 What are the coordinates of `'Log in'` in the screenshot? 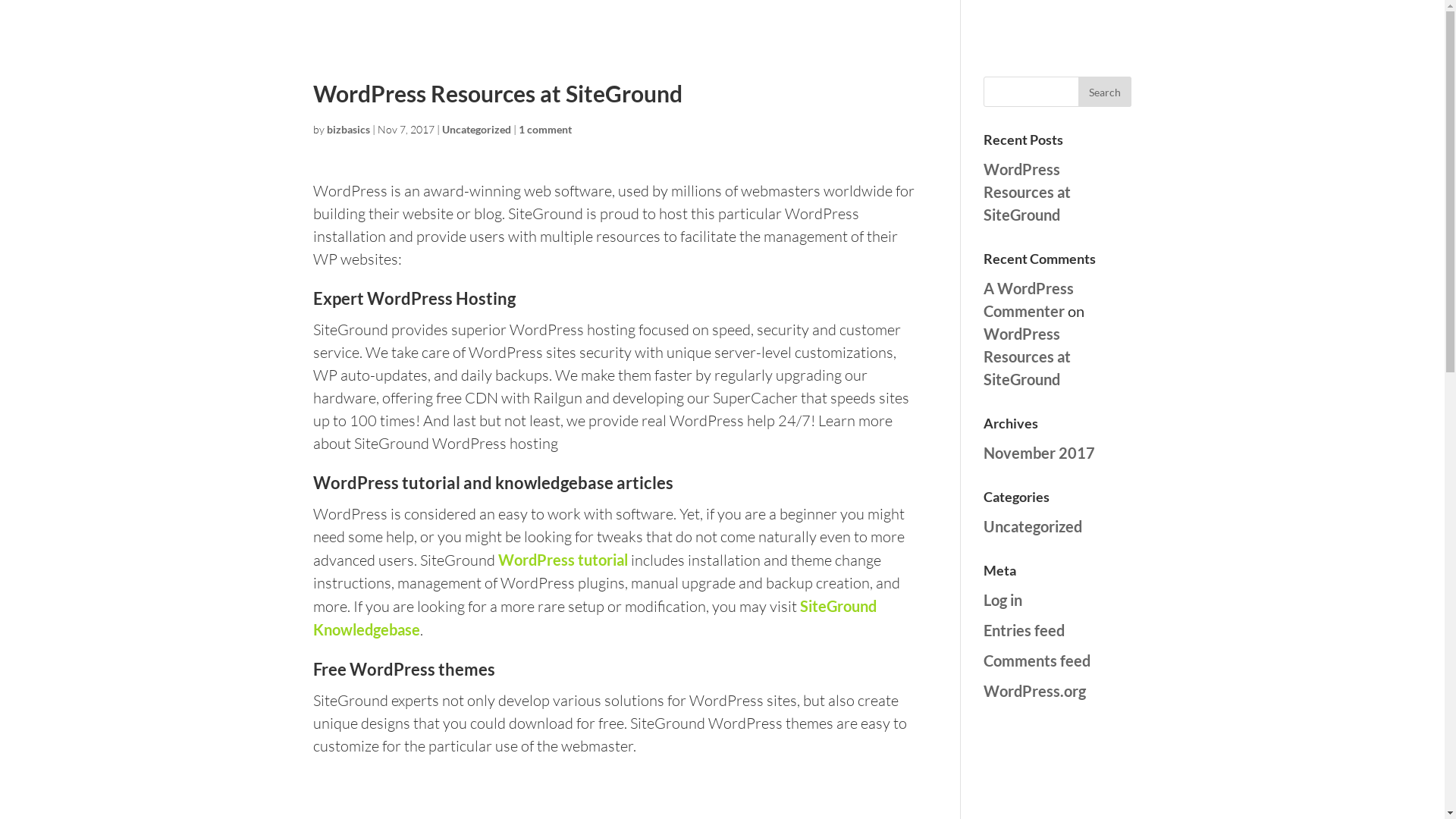 It's located at (1003, 598).